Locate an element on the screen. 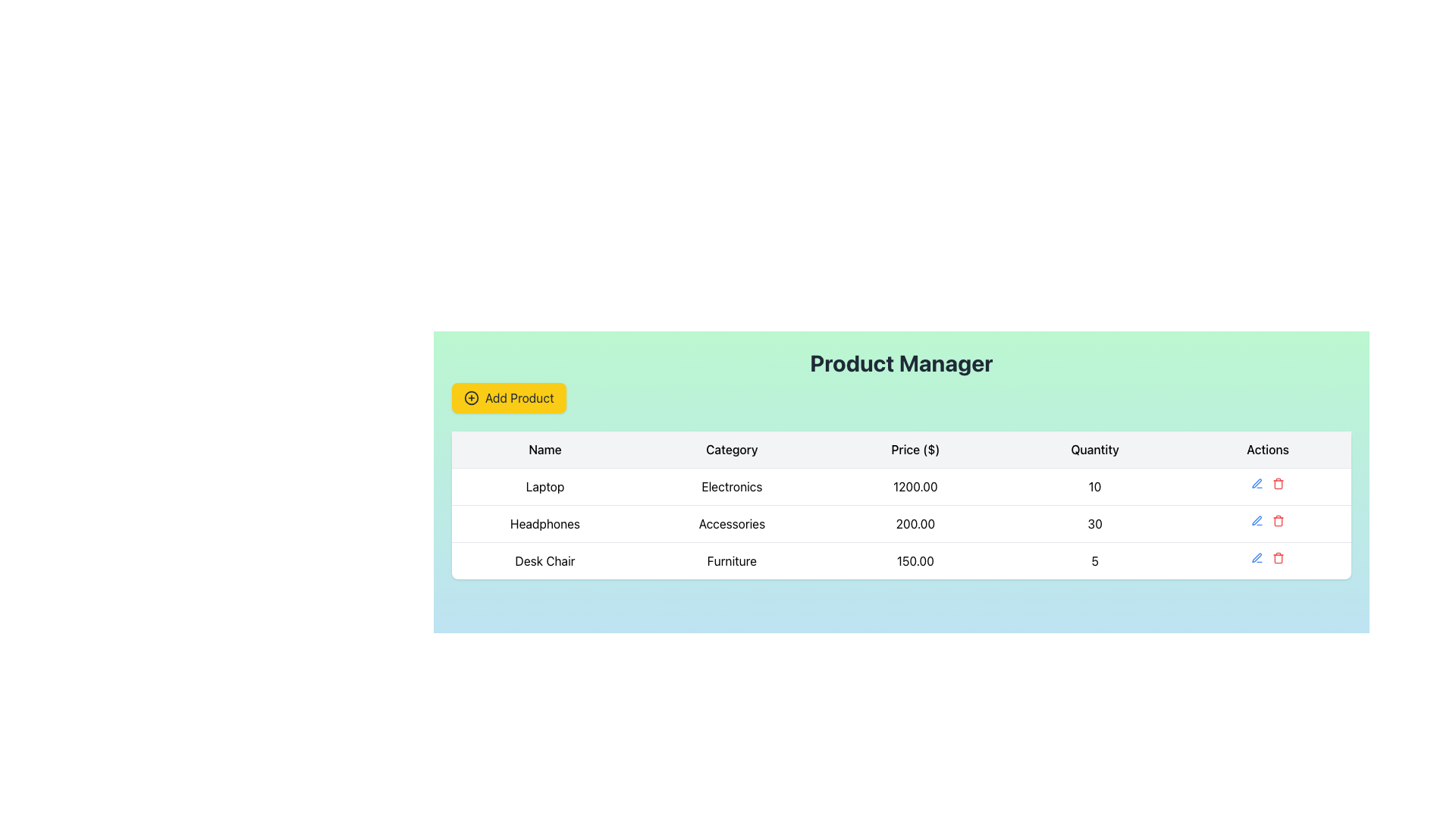 Image resolution: width=1456 pixels, height=819 pixels. the edit action icon located in the 'Actions' column of the second row of the table is located at coordinates (1257, 483).